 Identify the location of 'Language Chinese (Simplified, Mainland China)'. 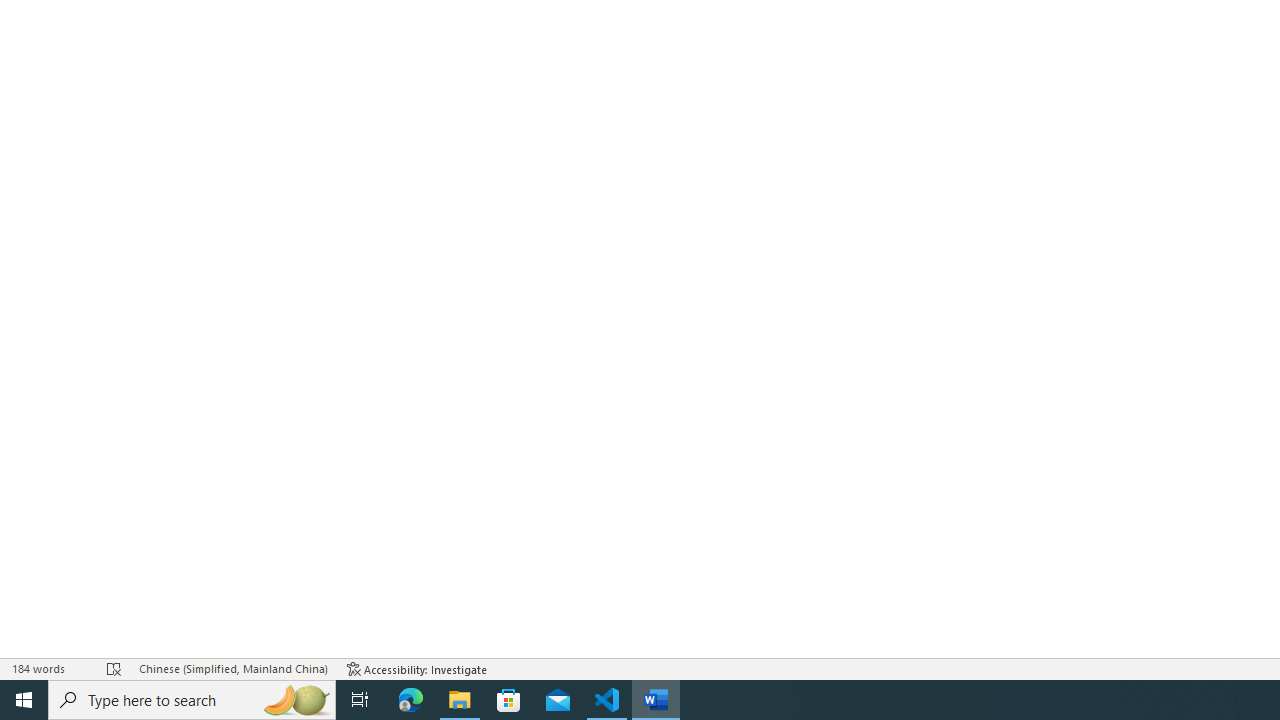
(232, 669).